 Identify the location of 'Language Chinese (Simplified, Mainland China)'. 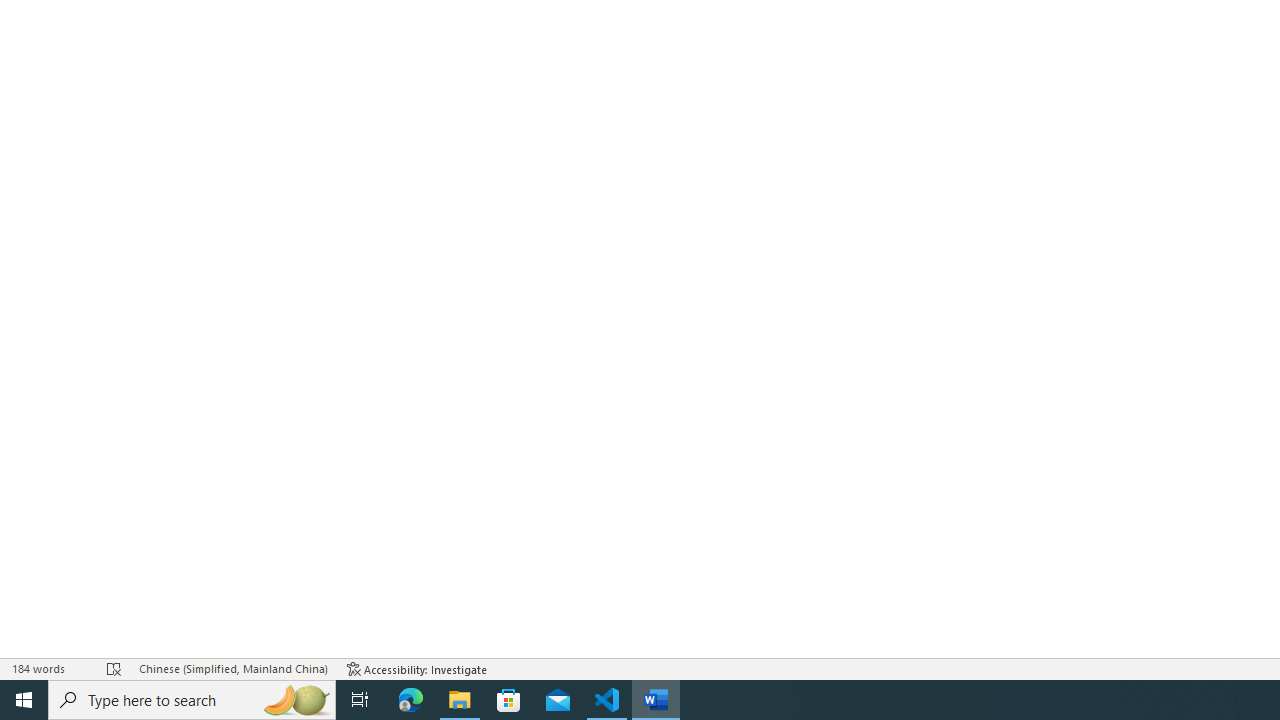
(232, 669).